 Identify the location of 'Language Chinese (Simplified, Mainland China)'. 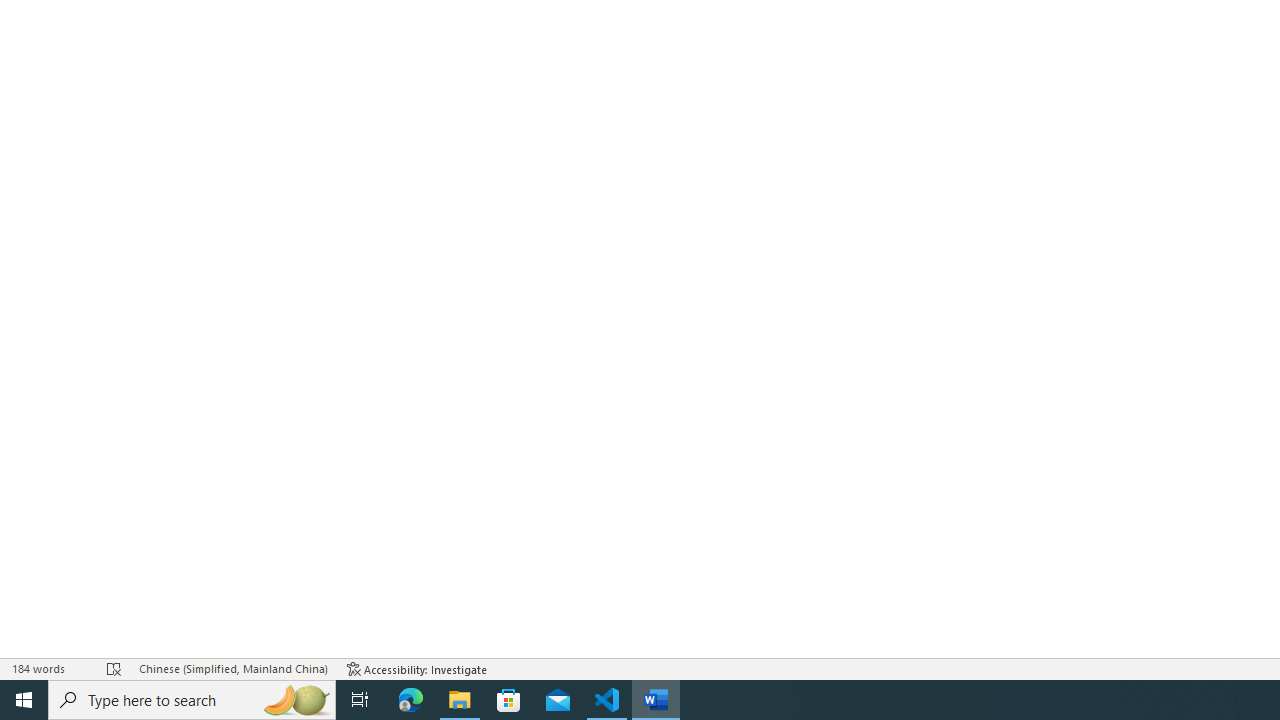
(232, 669).